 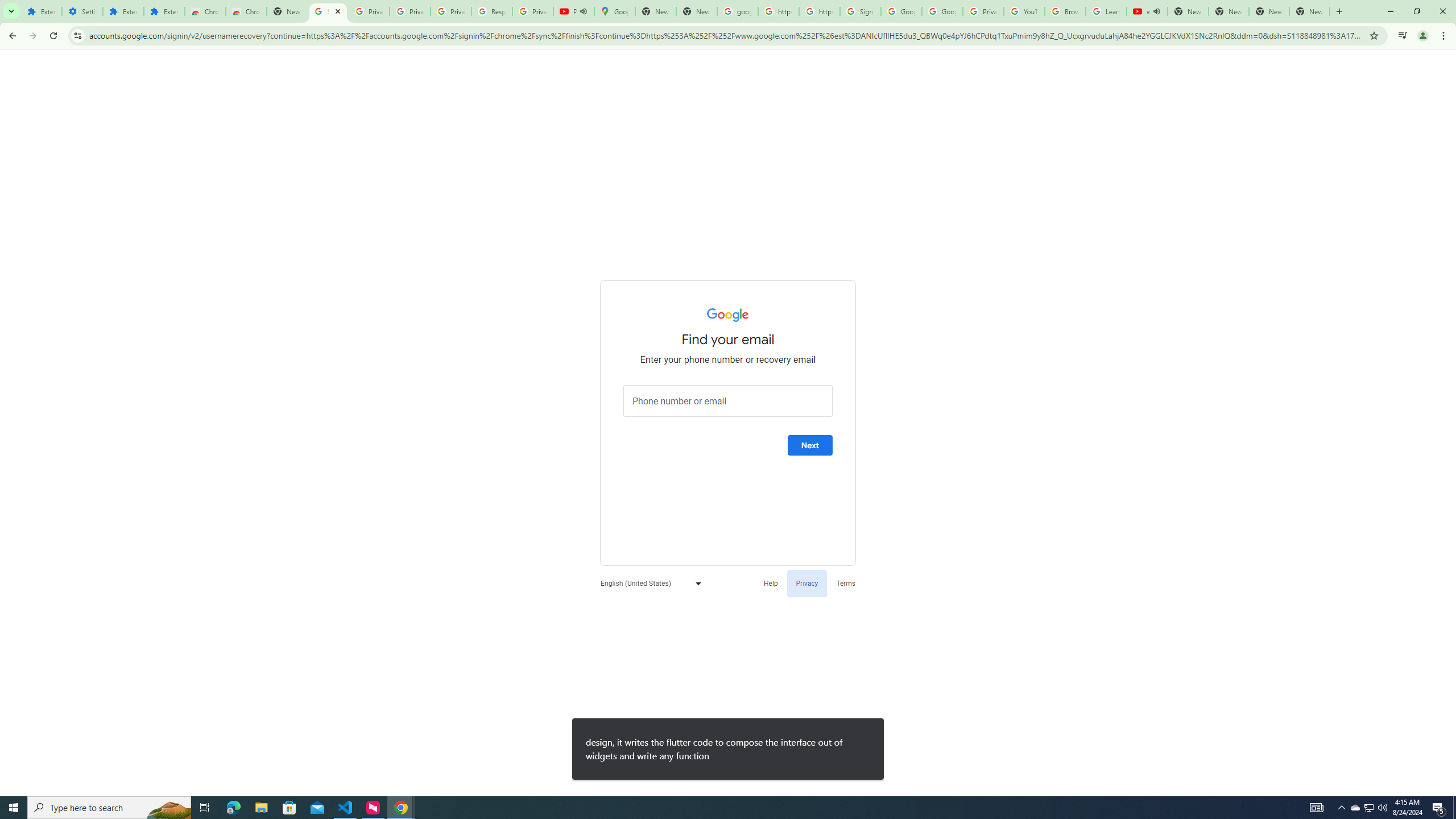 I want to click on 'Privacy', so click(x=806, y=583).